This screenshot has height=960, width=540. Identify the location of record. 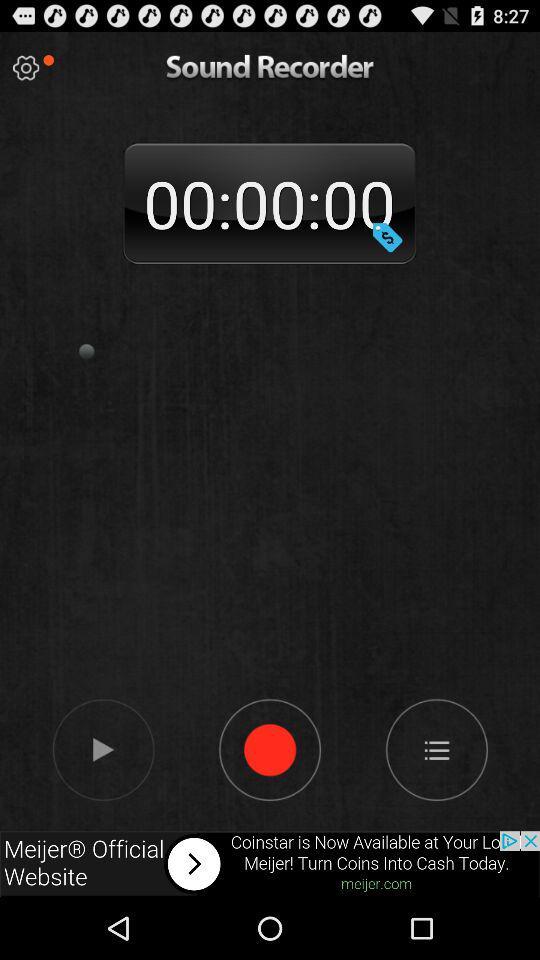
(269, 748).